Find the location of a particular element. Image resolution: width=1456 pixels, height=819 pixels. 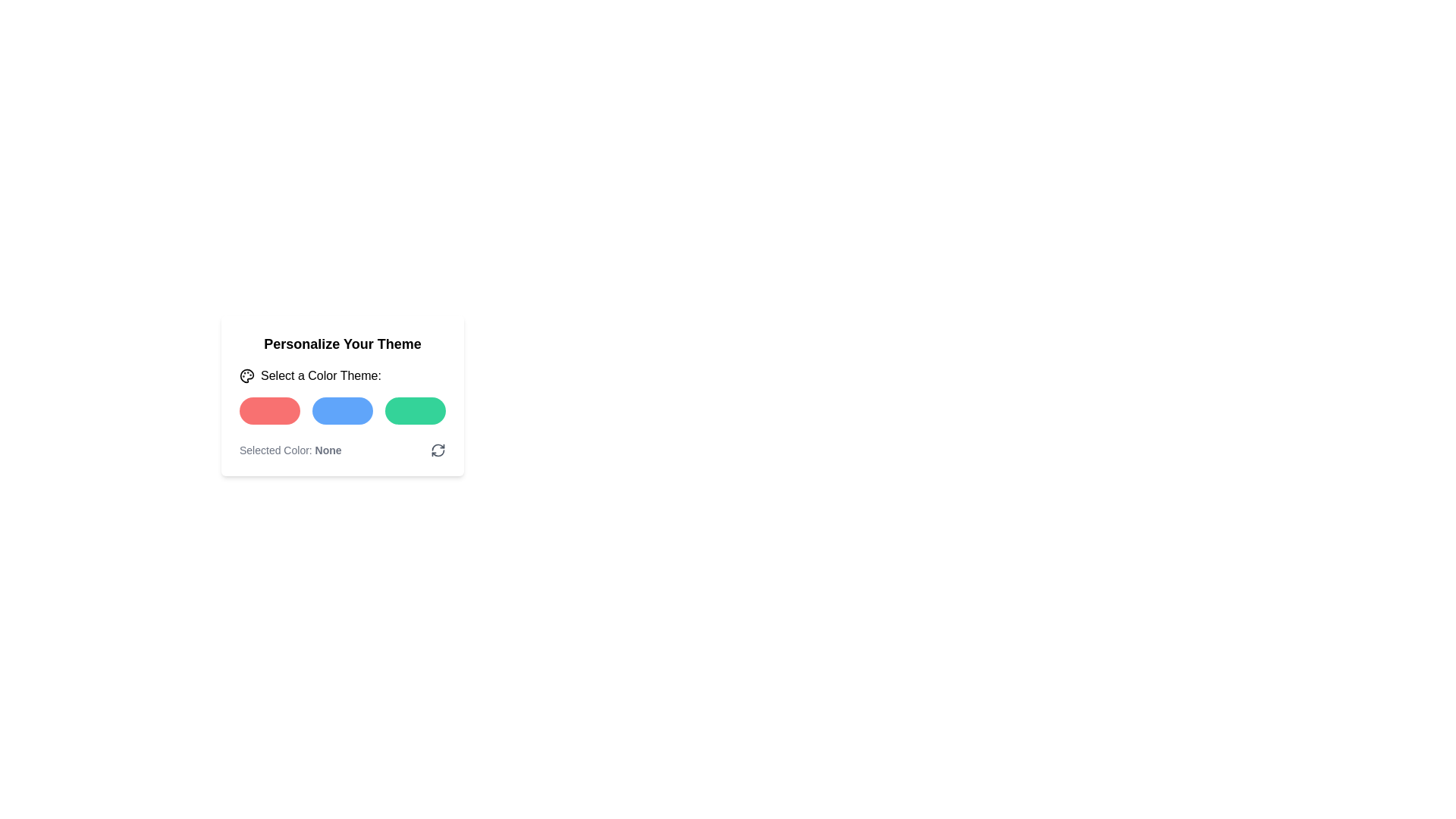

the group of selectable buttons for color theme personalization, which includes red, blue, and green buttons is located at coordinates (341, 411).